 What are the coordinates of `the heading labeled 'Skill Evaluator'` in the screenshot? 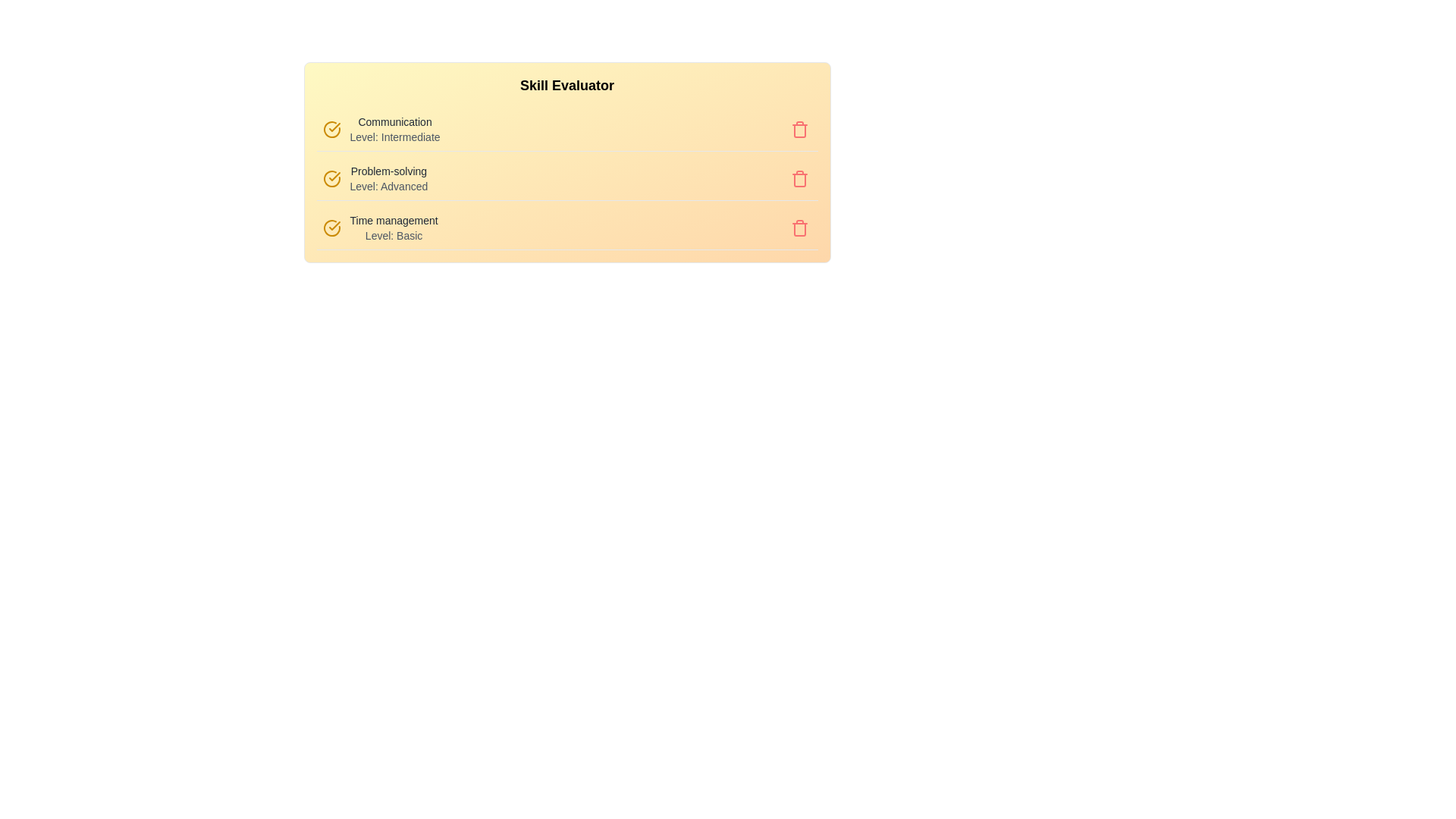 It's located at (566, 85).